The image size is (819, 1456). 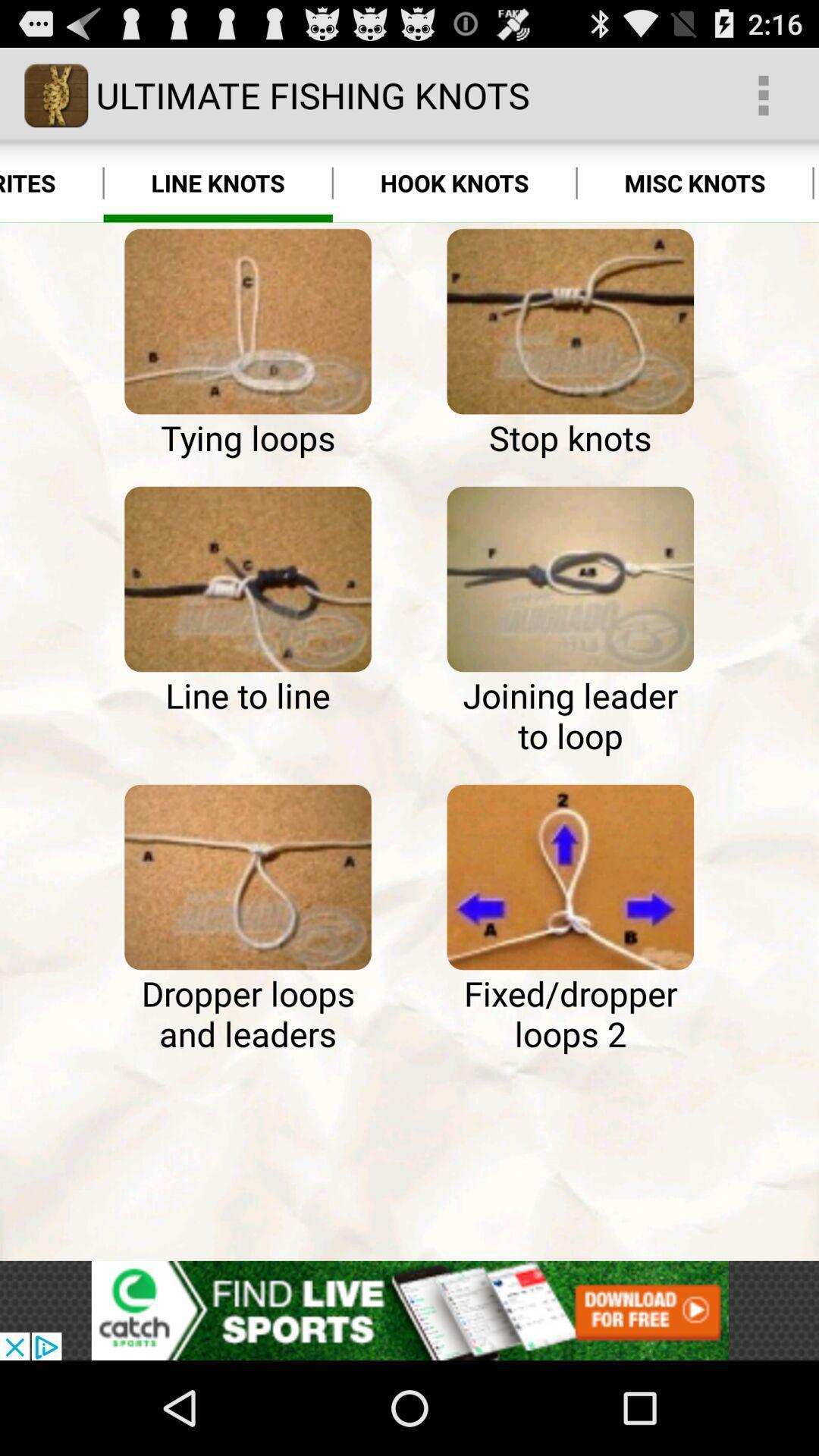 I want to click on types of loop, so click(x=570, y=578).